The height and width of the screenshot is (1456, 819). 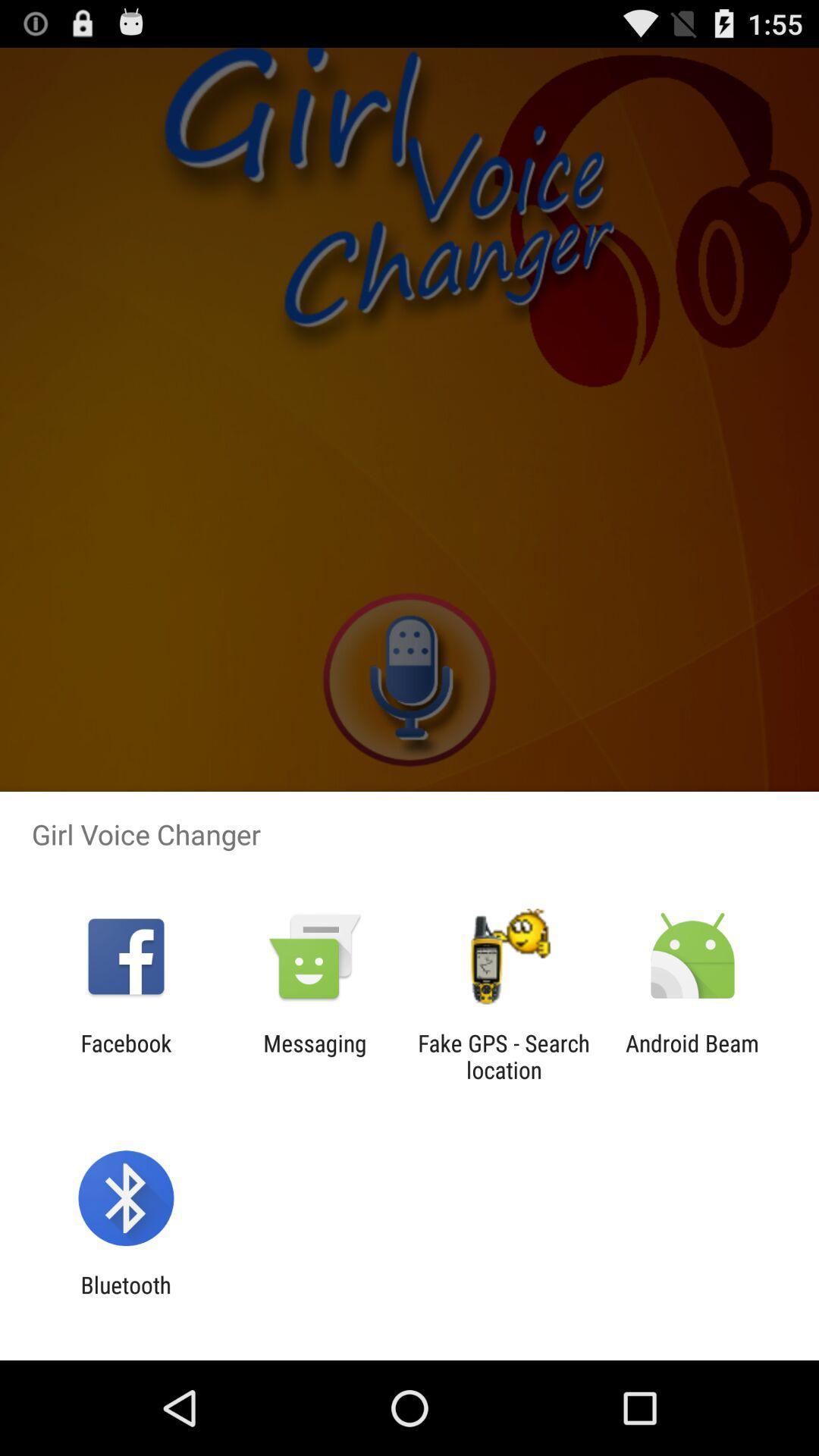 What do you see at coordinates (504, 1056) in the screenshot?
I see `item to the left of android beam app` at bounding box center [504, 1056].